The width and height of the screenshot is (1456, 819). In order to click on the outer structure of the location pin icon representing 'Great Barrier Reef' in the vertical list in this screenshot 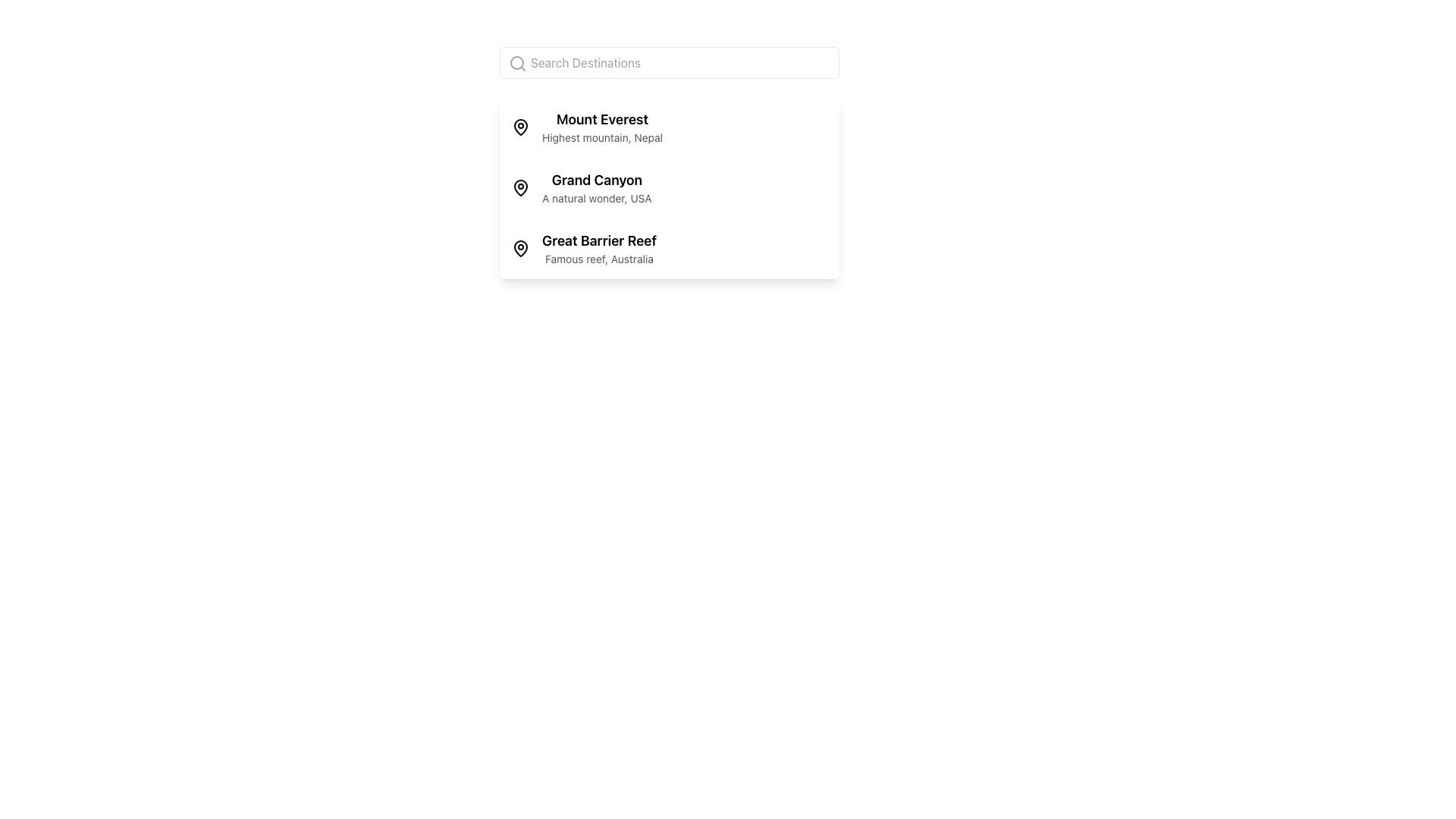, I will do `click(520, 247)`.